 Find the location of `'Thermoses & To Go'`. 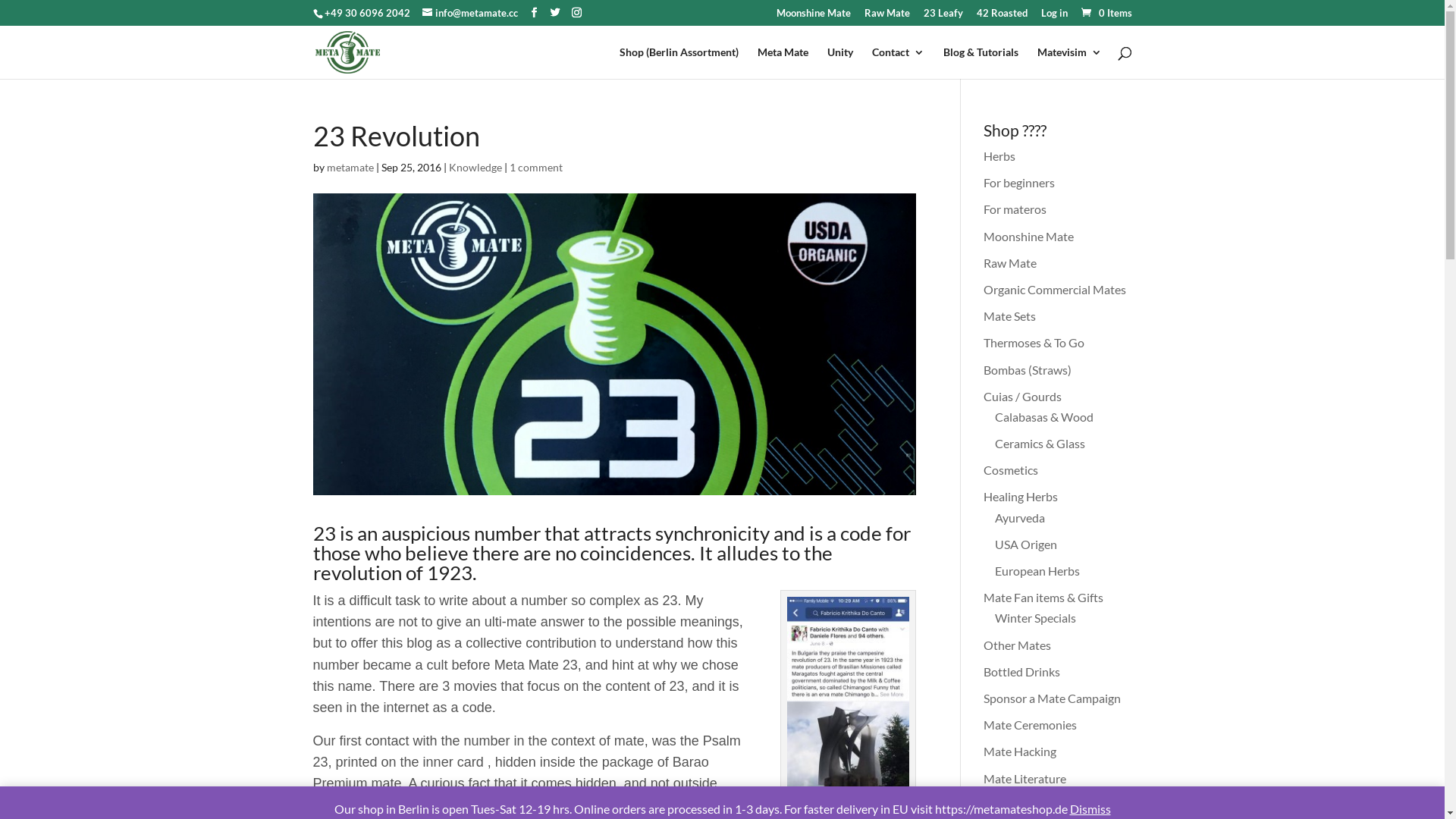

'Thermoses & To Go' is located at coordinates (1033, 342).